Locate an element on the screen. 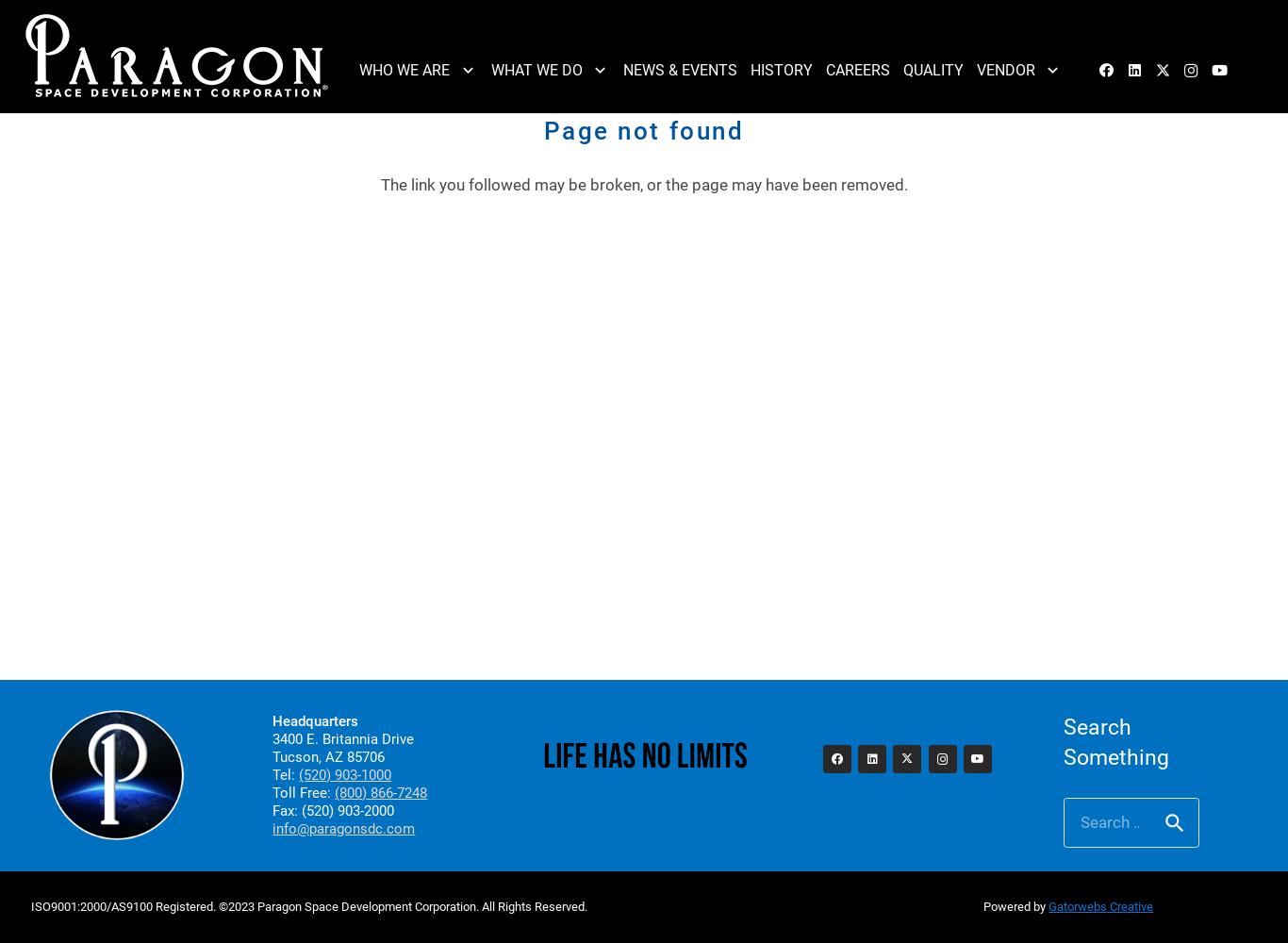  'VENDOR' is located at coordinates (1004, 69).